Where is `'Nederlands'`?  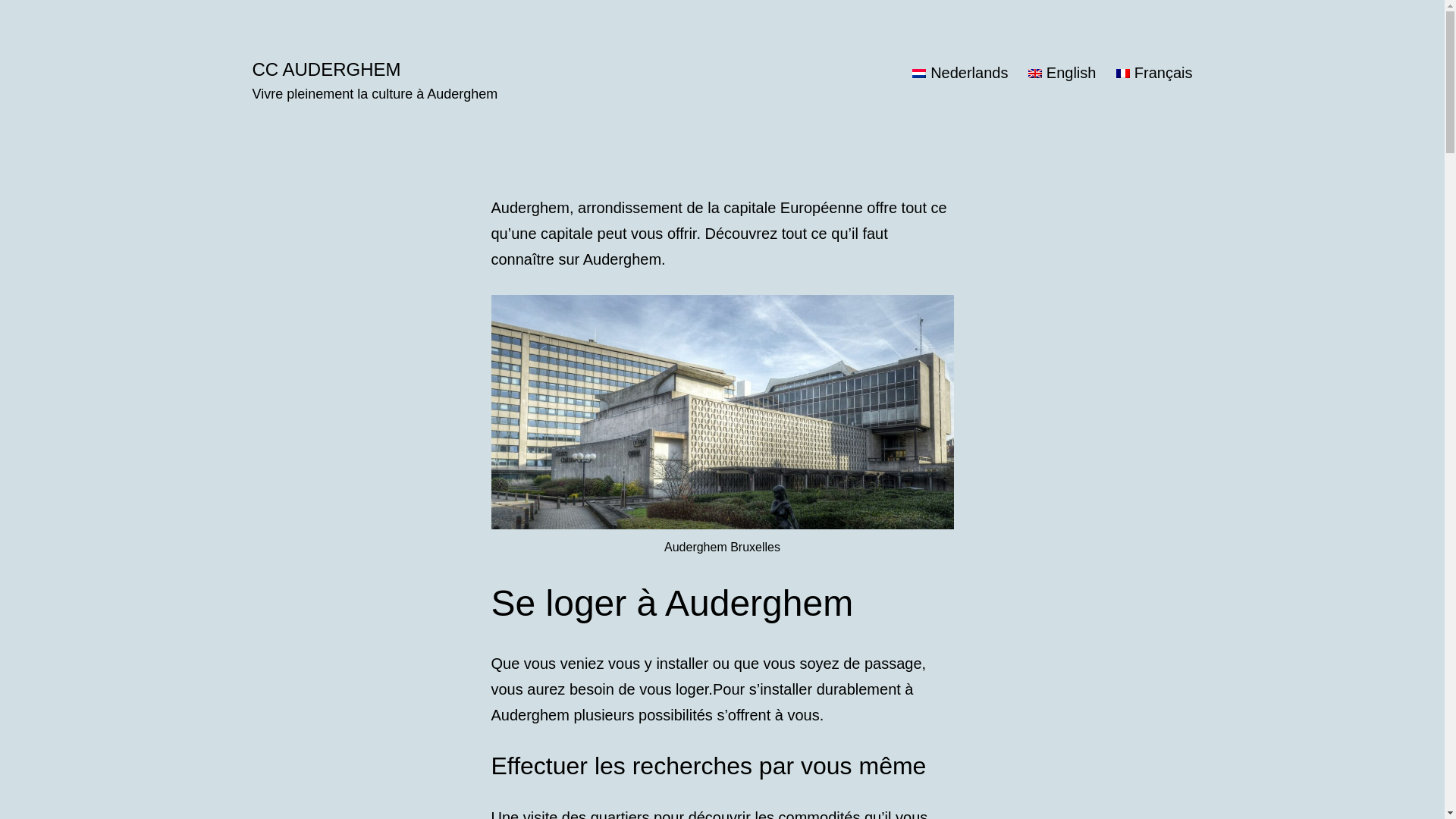
'Nederlands' is located at coordinates (959, 73).